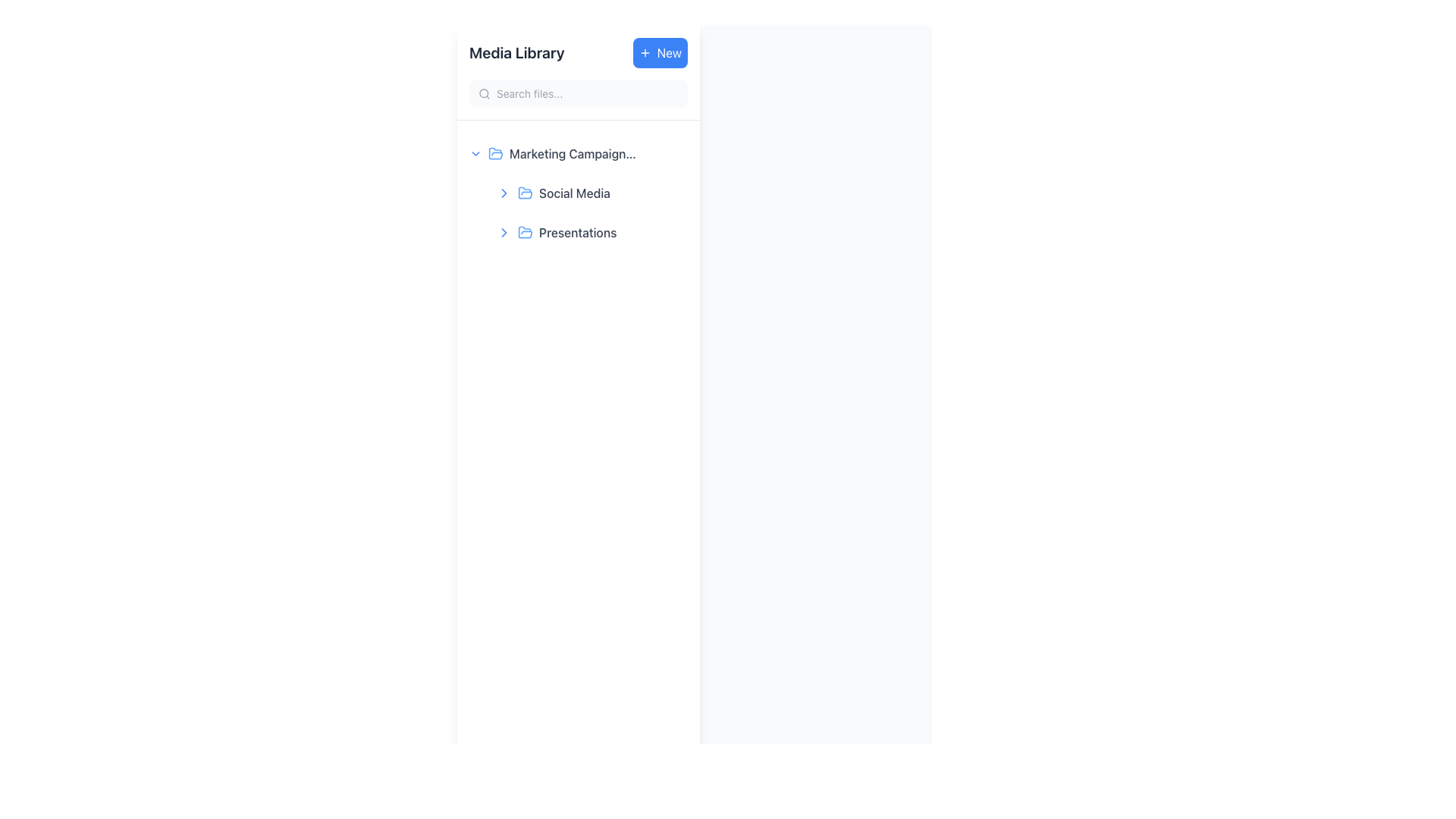  I want to click on the Icon button, so click(504, 192).